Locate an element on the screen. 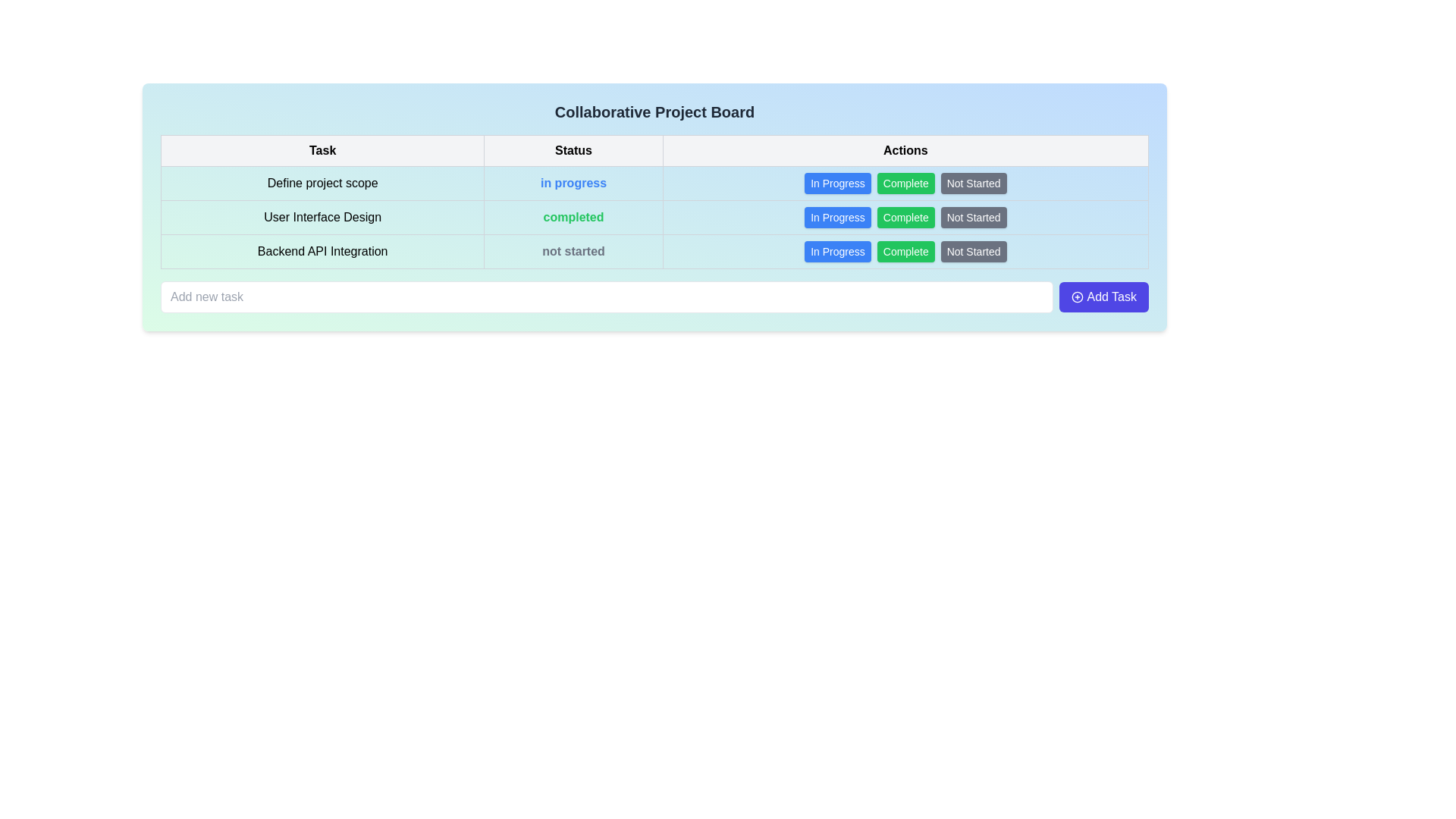 The height and width of the screenshot is (819, 1456). the 'Actions' text label, which is the third column header in a three-column layout, styled with a black sans-serif font on a light gray background is located at coordinates (905, 151).